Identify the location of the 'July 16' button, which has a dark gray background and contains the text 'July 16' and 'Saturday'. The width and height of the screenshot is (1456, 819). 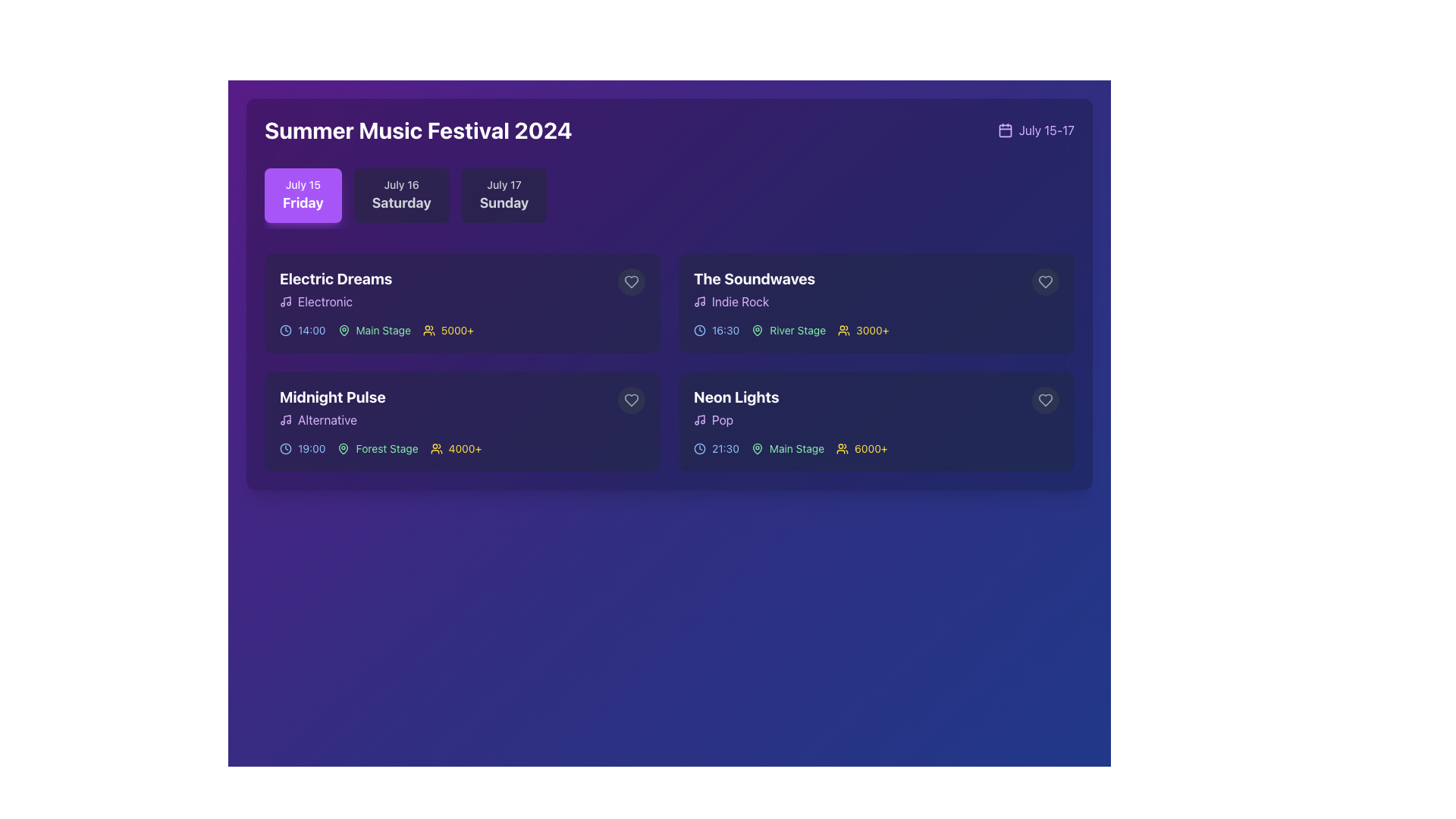
(401, 195).